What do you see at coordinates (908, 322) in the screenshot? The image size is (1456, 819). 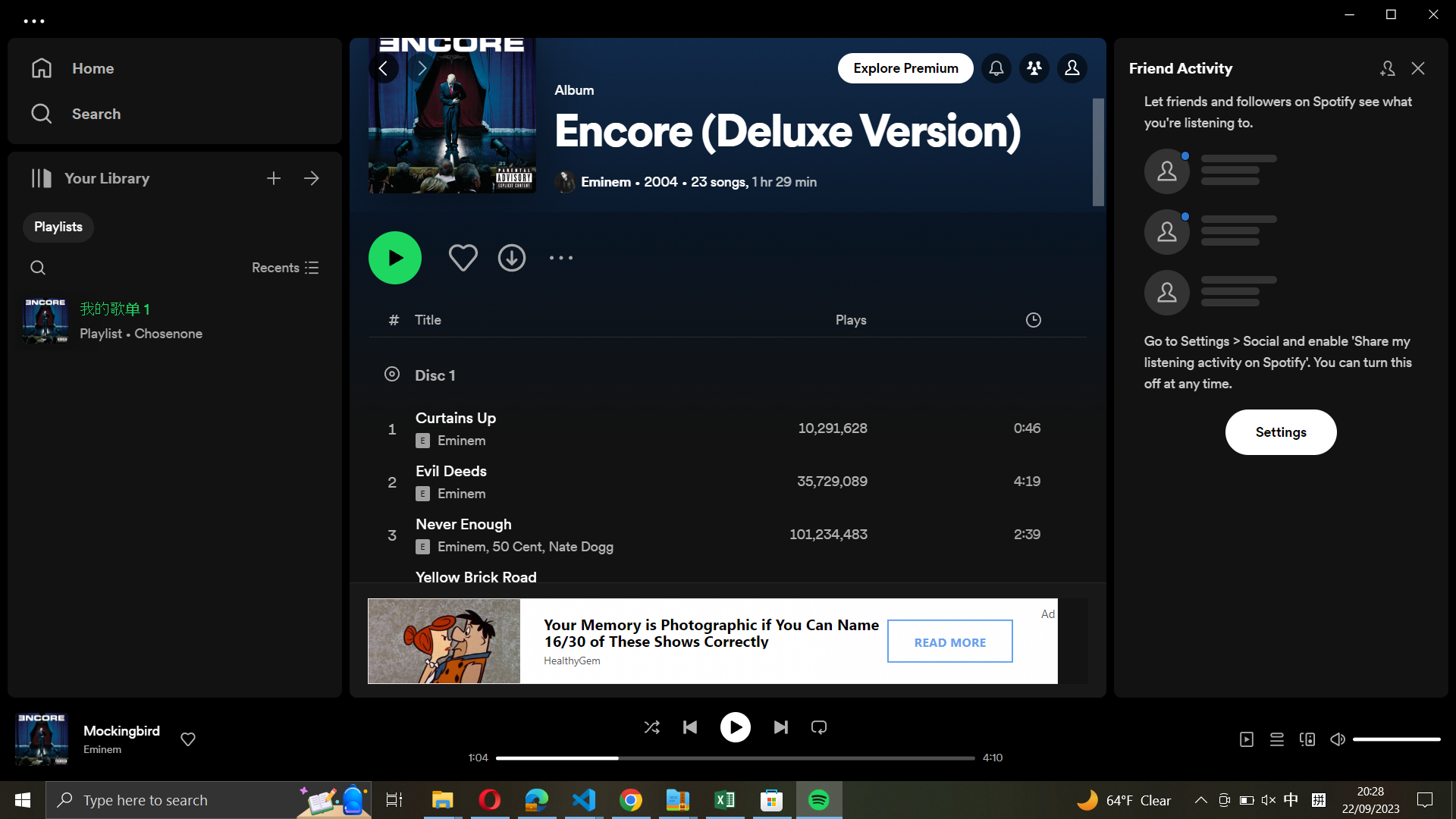 I see `Arrange the playlist in accordance with the number of plays` at bounding box center [908, 322].